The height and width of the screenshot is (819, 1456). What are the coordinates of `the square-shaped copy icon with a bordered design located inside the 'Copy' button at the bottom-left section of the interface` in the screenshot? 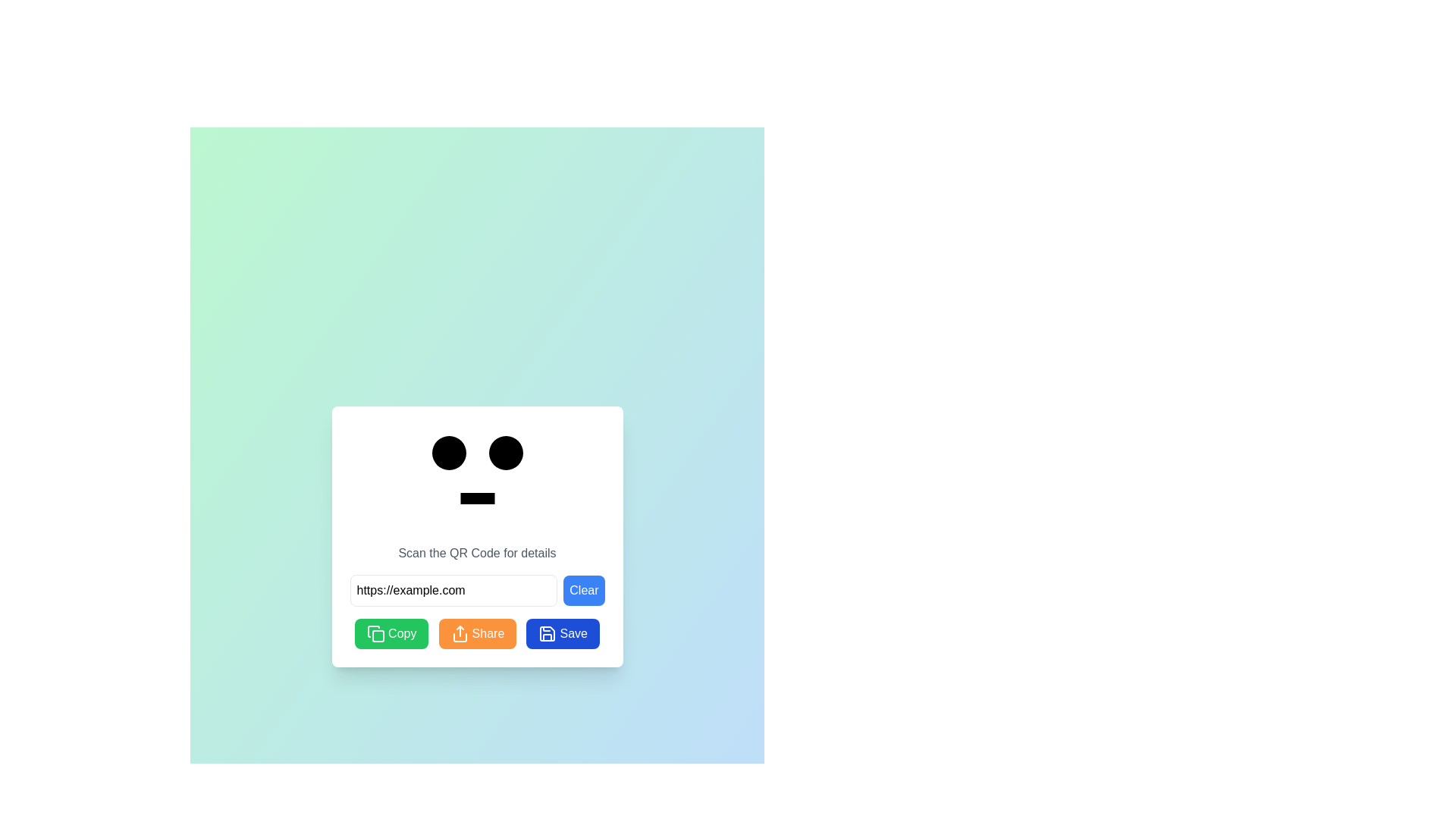 It's located at (376, 634).